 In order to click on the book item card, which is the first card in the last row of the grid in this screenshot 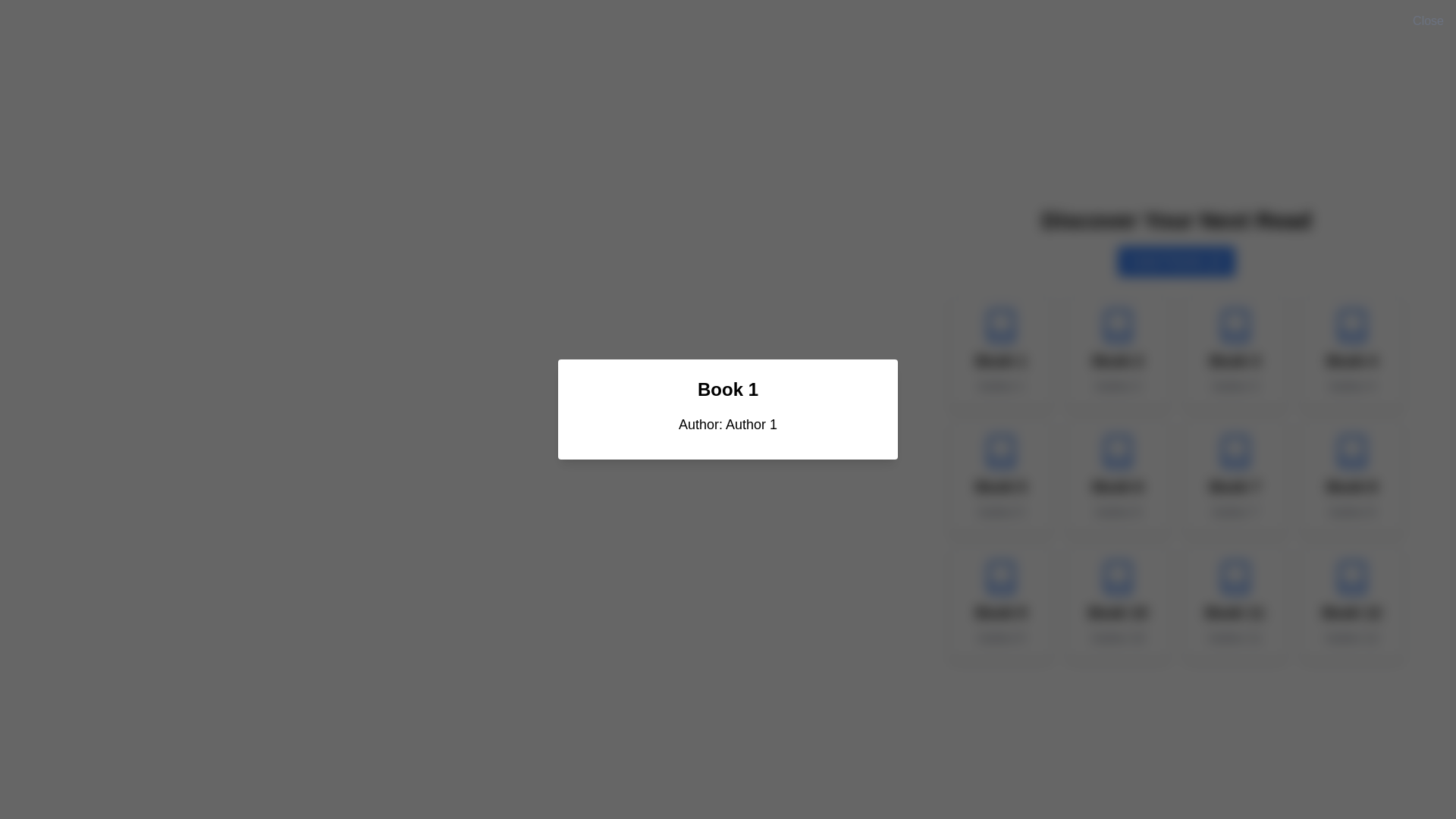, I will do `click(1001, 602)`.